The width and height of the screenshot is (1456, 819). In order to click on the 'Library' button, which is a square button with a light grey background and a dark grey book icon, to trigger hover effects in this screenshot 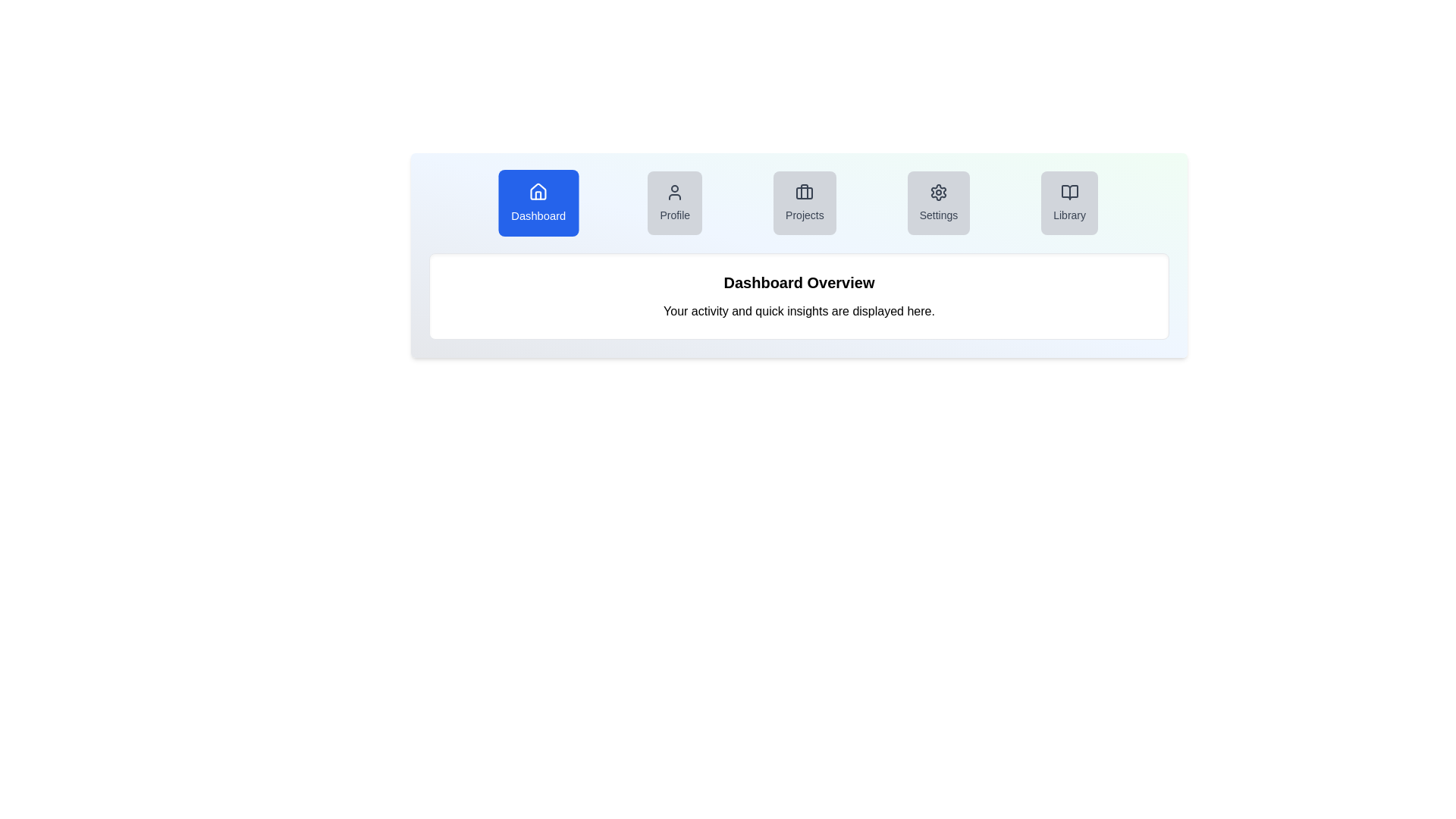, I will do `click(1068, 202)`.